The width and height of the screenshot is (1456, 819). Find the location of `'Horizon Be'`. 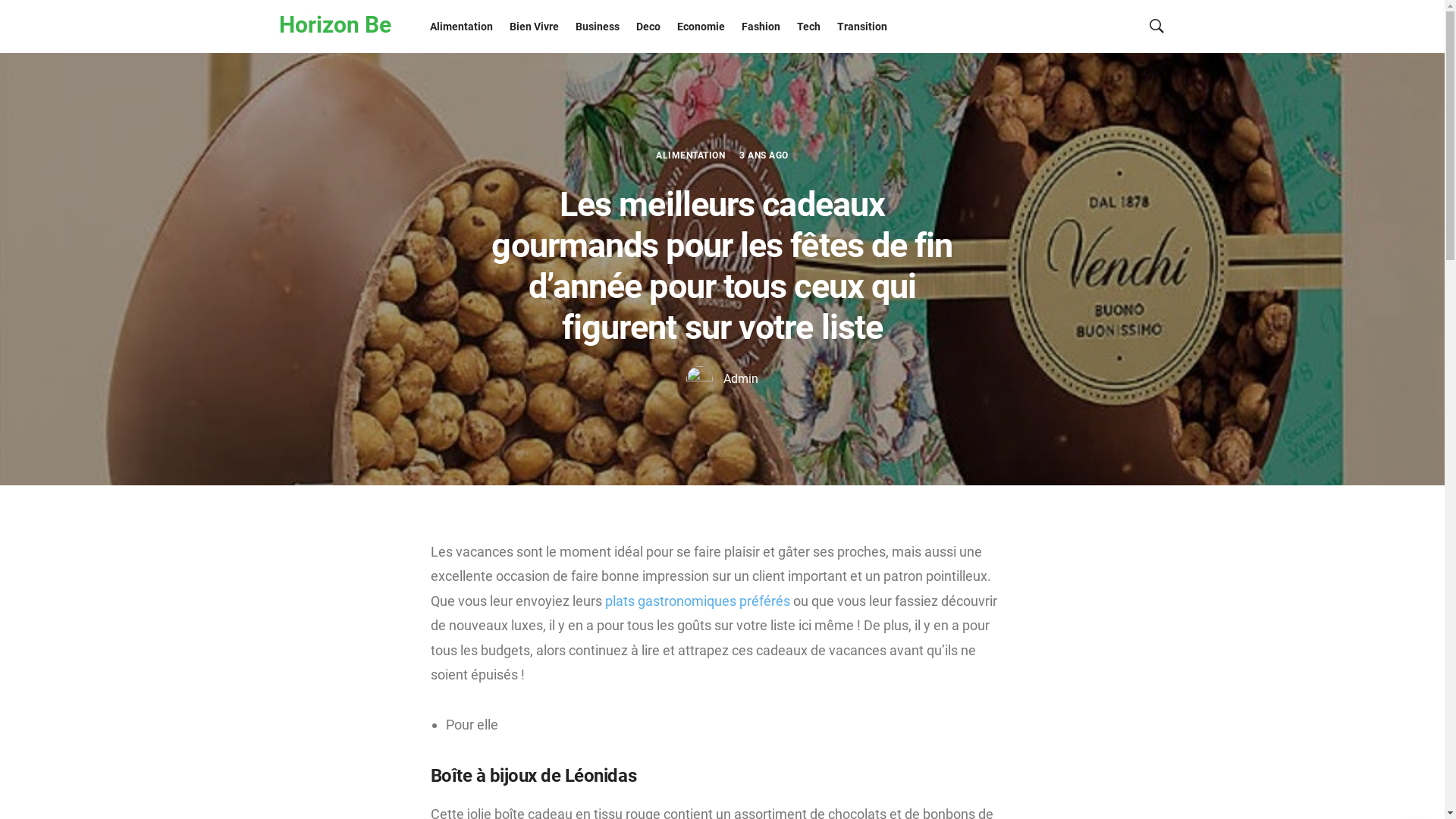

'Horizon Be' is located at coordinates (279, 25).